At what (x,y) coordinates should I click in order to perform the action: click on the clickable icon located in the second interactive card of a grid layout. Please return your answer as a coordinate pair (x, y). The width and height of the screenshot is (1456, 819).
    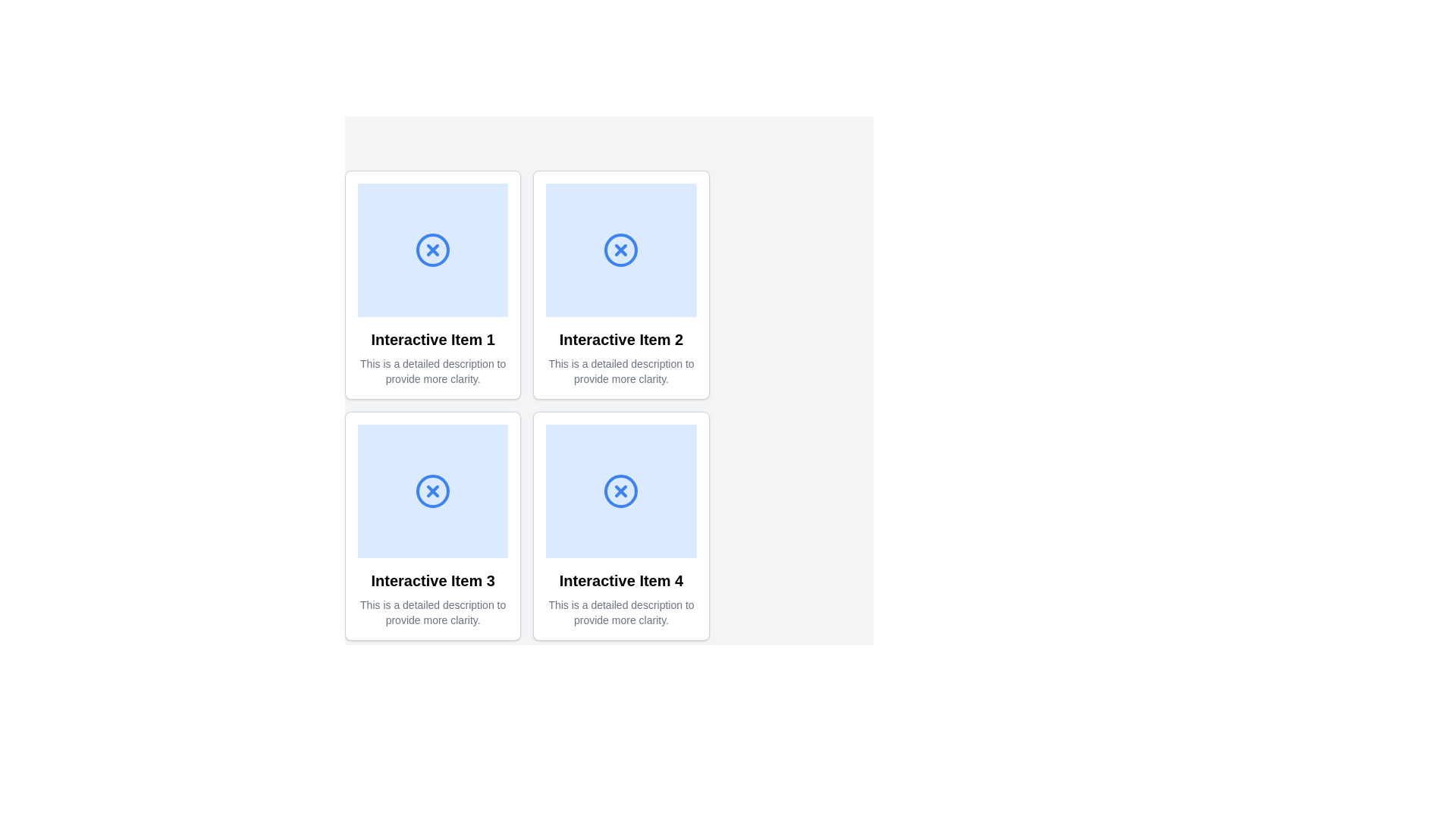
    Looking at the image, I should click on (621, 249).